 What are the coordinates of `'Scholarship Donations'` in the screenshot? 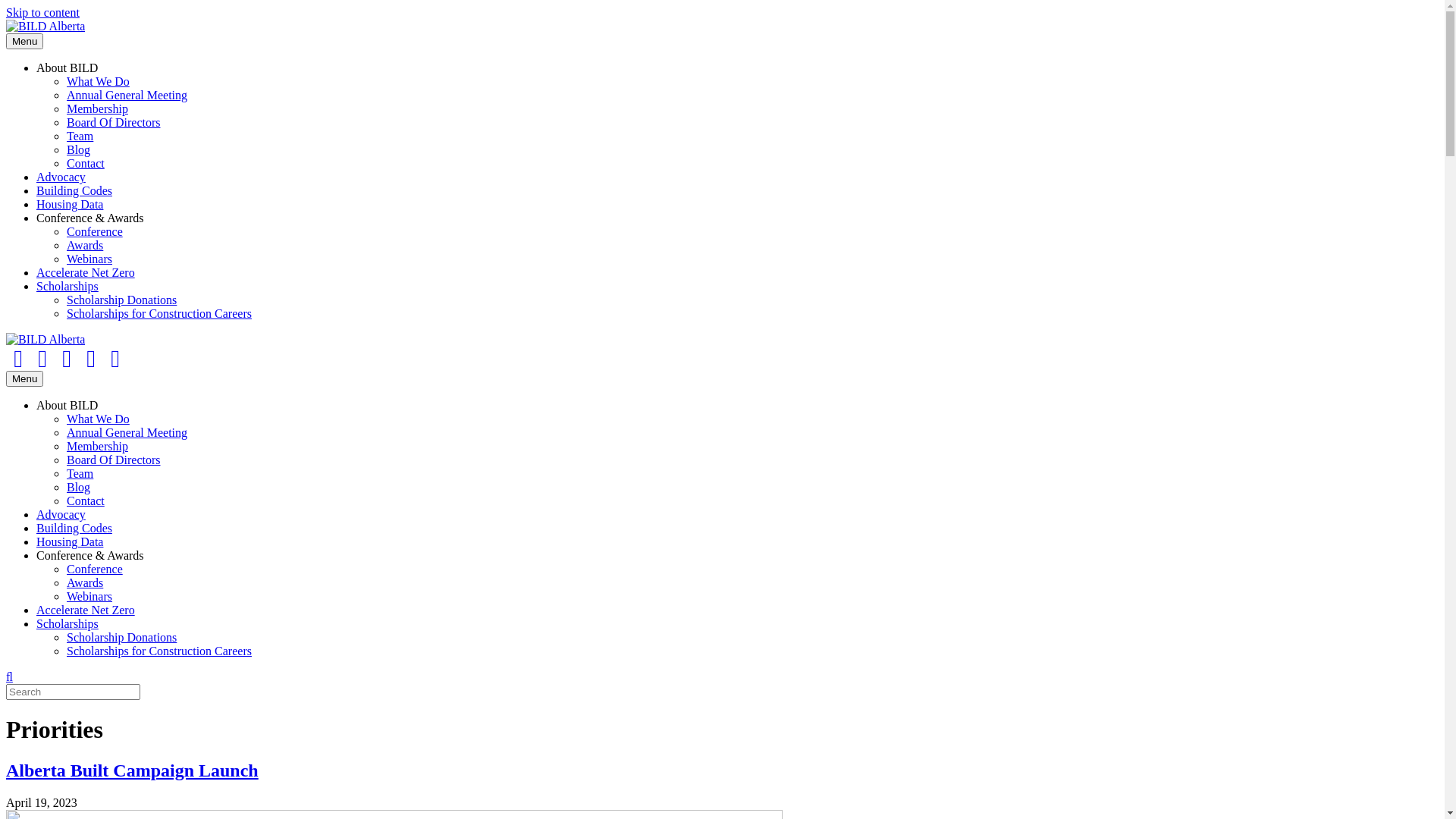 It's located at (121, 300).